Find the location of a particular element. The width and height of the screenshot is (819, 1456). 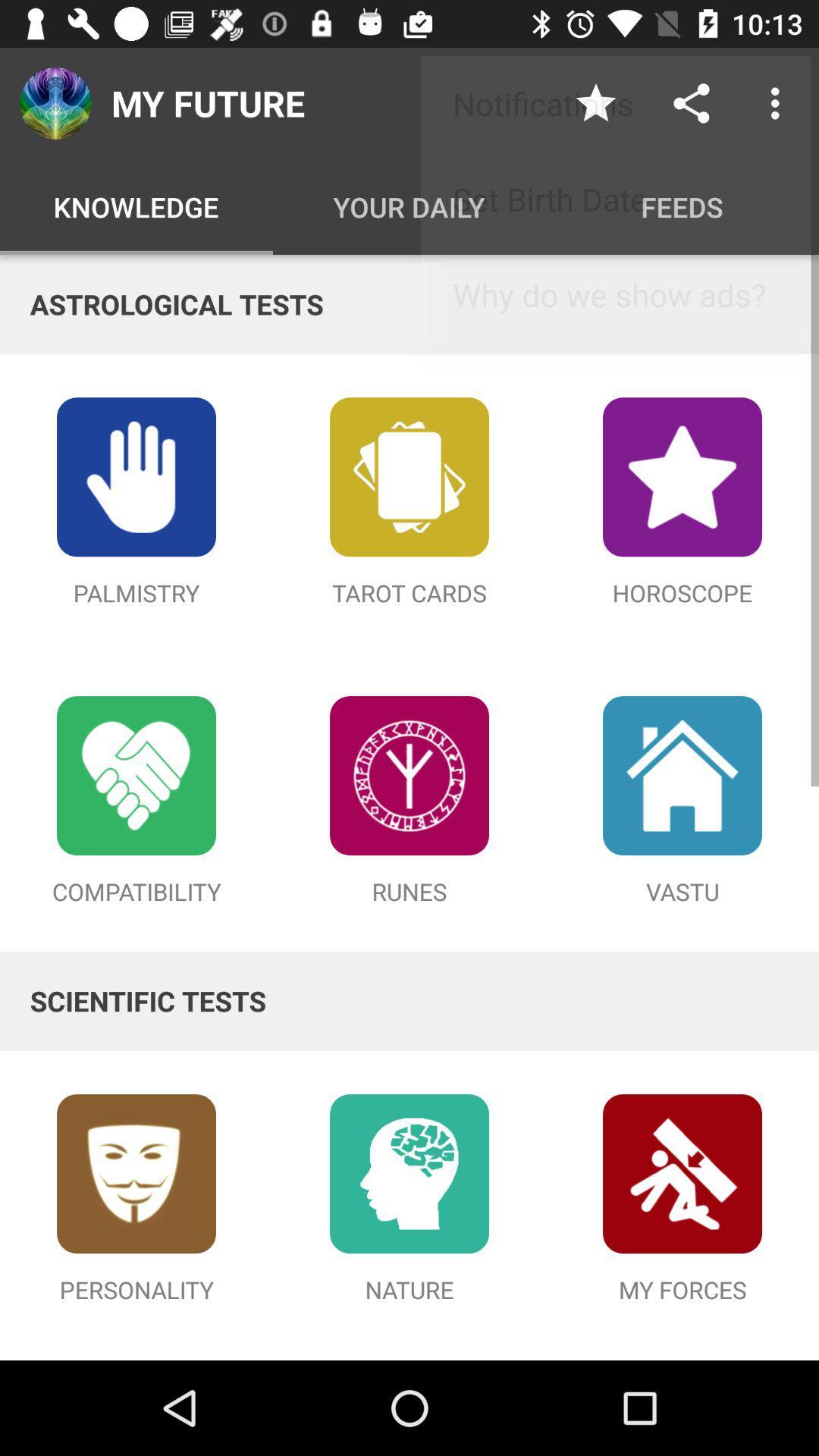

icon next to my future icon is located at coordinates (595, 102).